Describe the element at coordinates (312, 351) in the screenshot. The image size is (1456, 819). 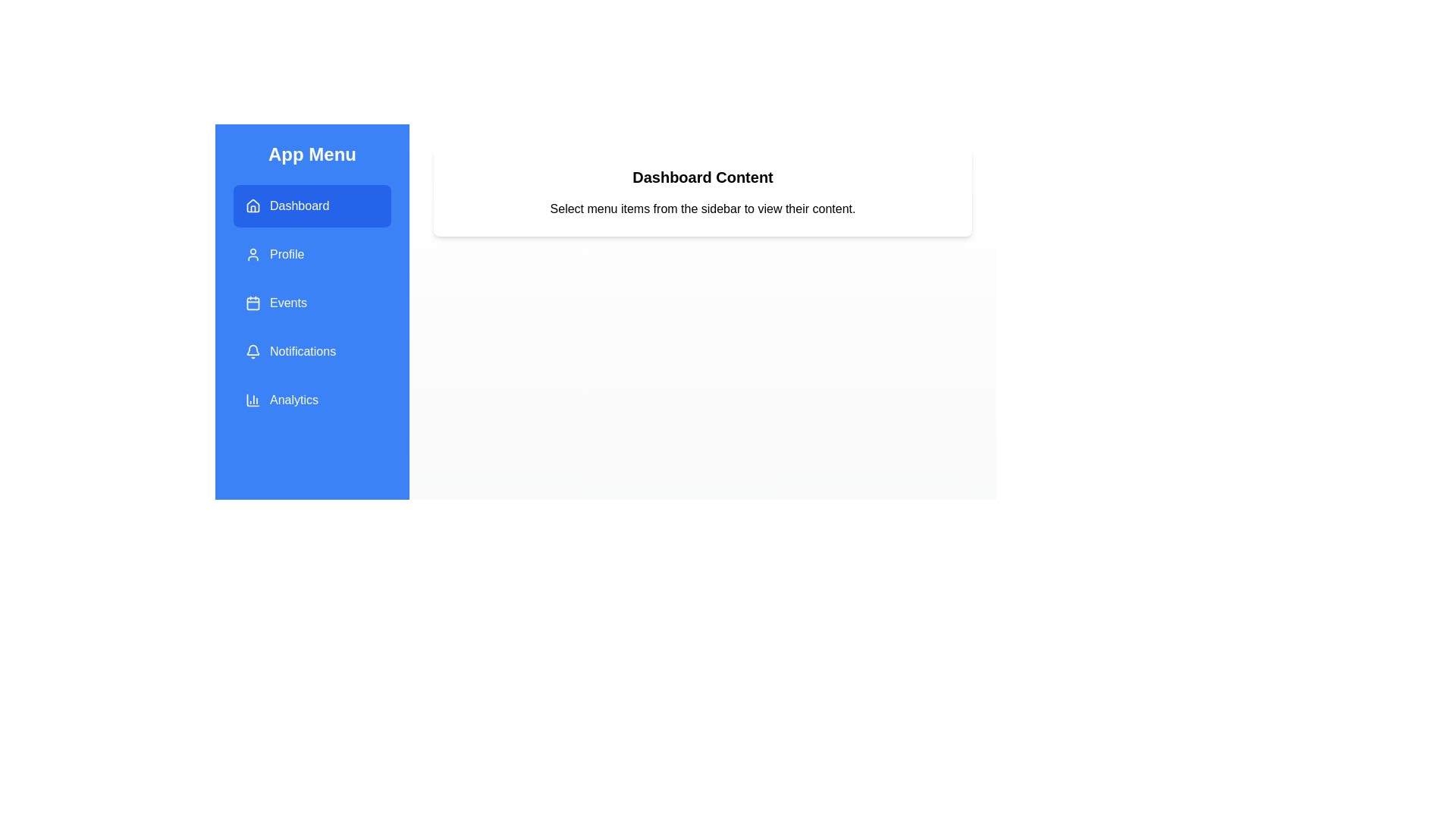
I see `the menu item Notifications from the sidebar` at that location.